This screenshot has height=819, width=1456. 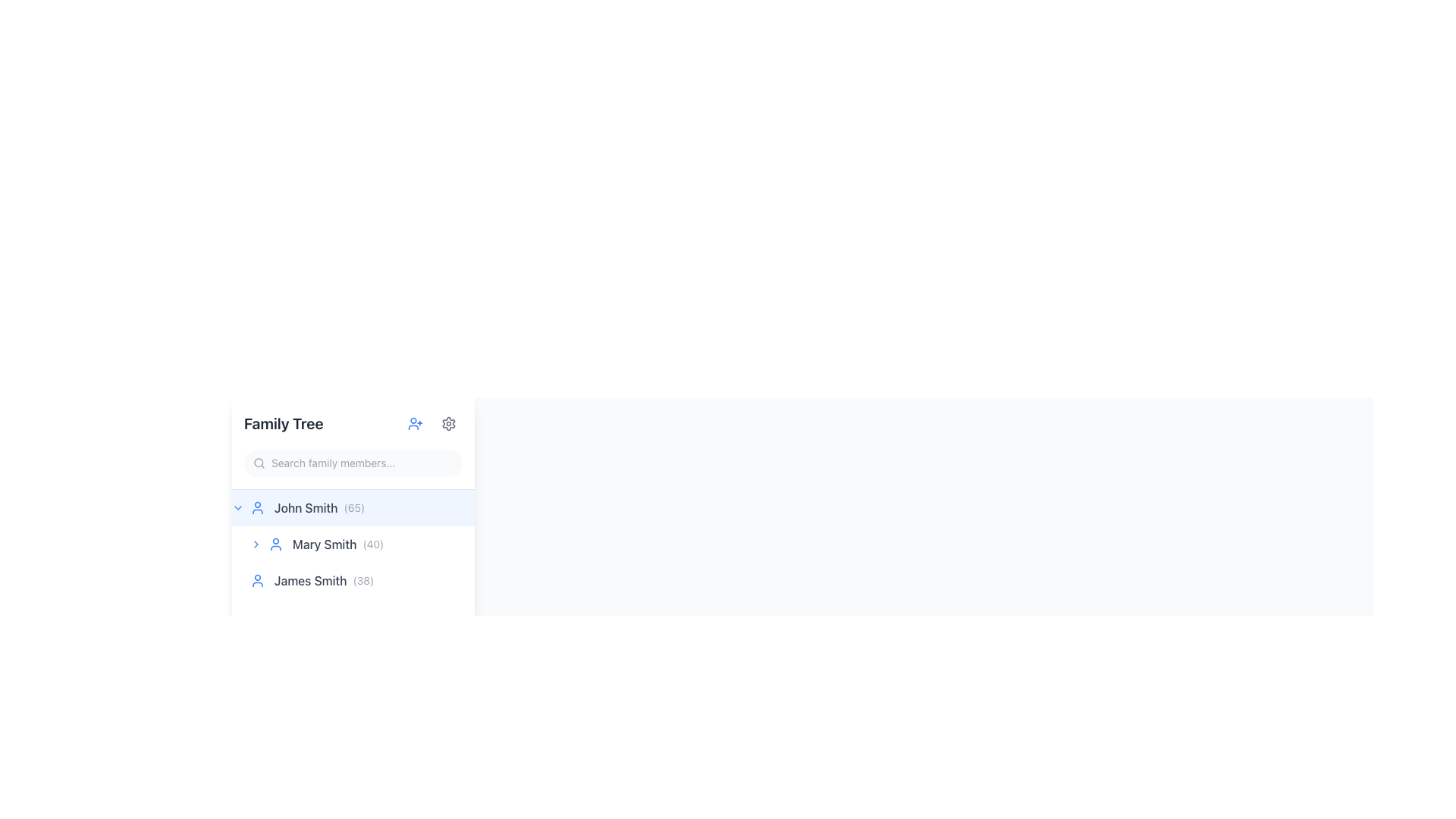 What do you see at coordinates (447, 424) in the screenshot?
I see `the settings button represented by a gray cogwheel icon located` at bounding box center [447, 424].